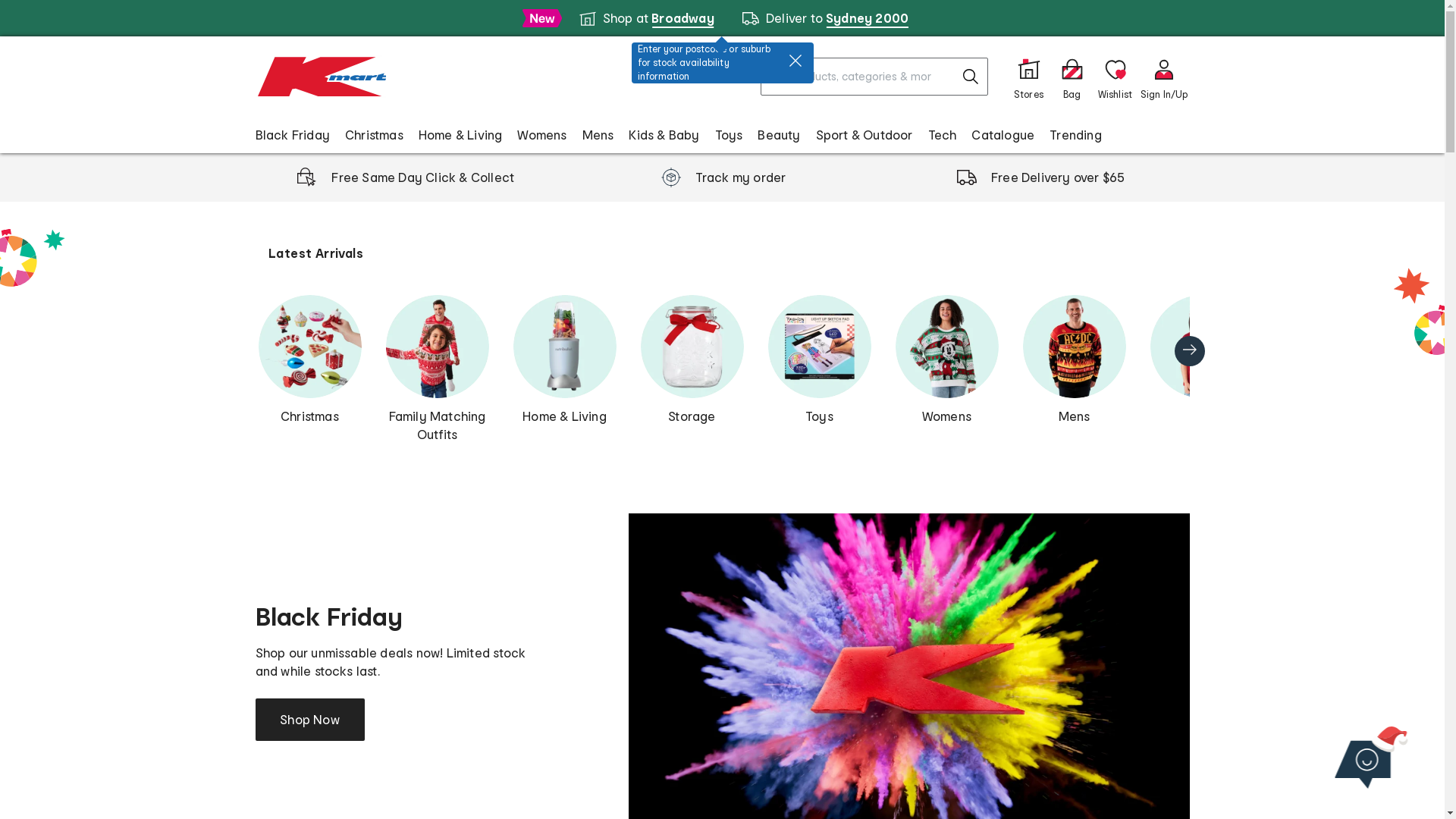 The width and height of the screenshot is (1456, 819). What do you see at coordinates (721, 177) in the screenshot?
I see `'Track my order'` at bounding box center [721, 177].